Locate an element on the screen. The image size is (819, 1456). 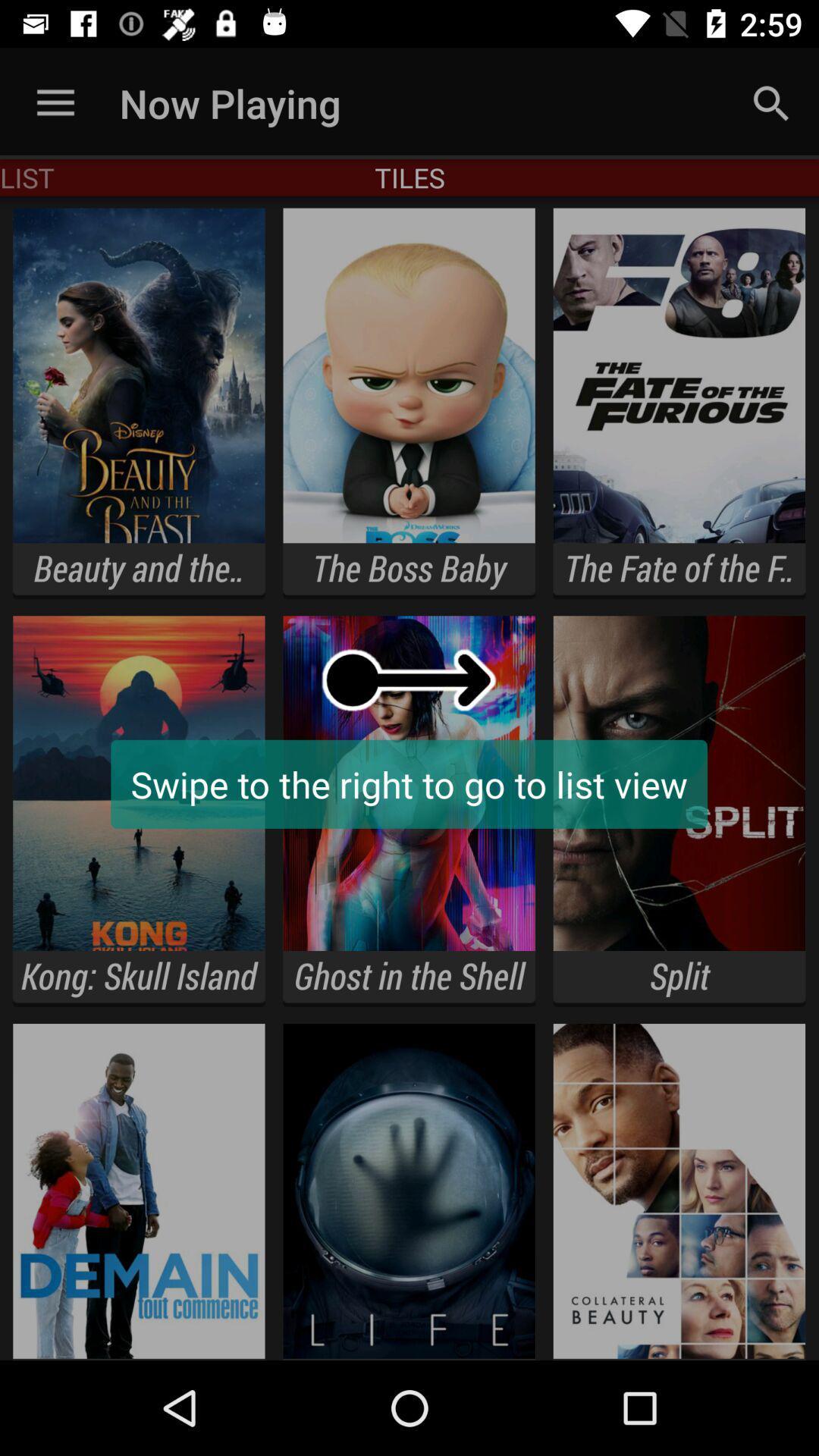
the item to the left of now playing is located at coordinates (55, 102).